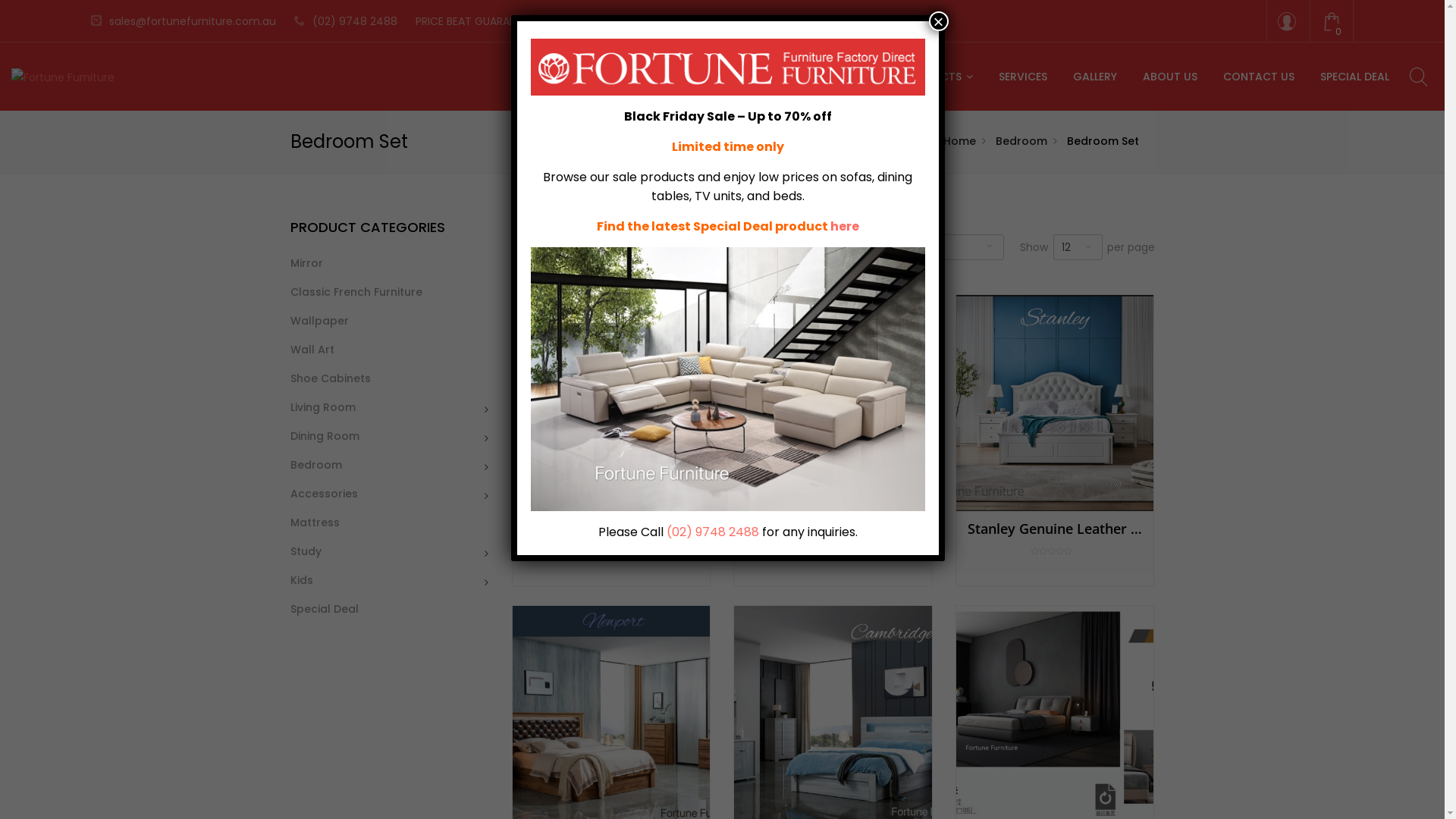 This screenshot has width=1456, height=819. I want to click on 'Bedroom', so click(315, 462).